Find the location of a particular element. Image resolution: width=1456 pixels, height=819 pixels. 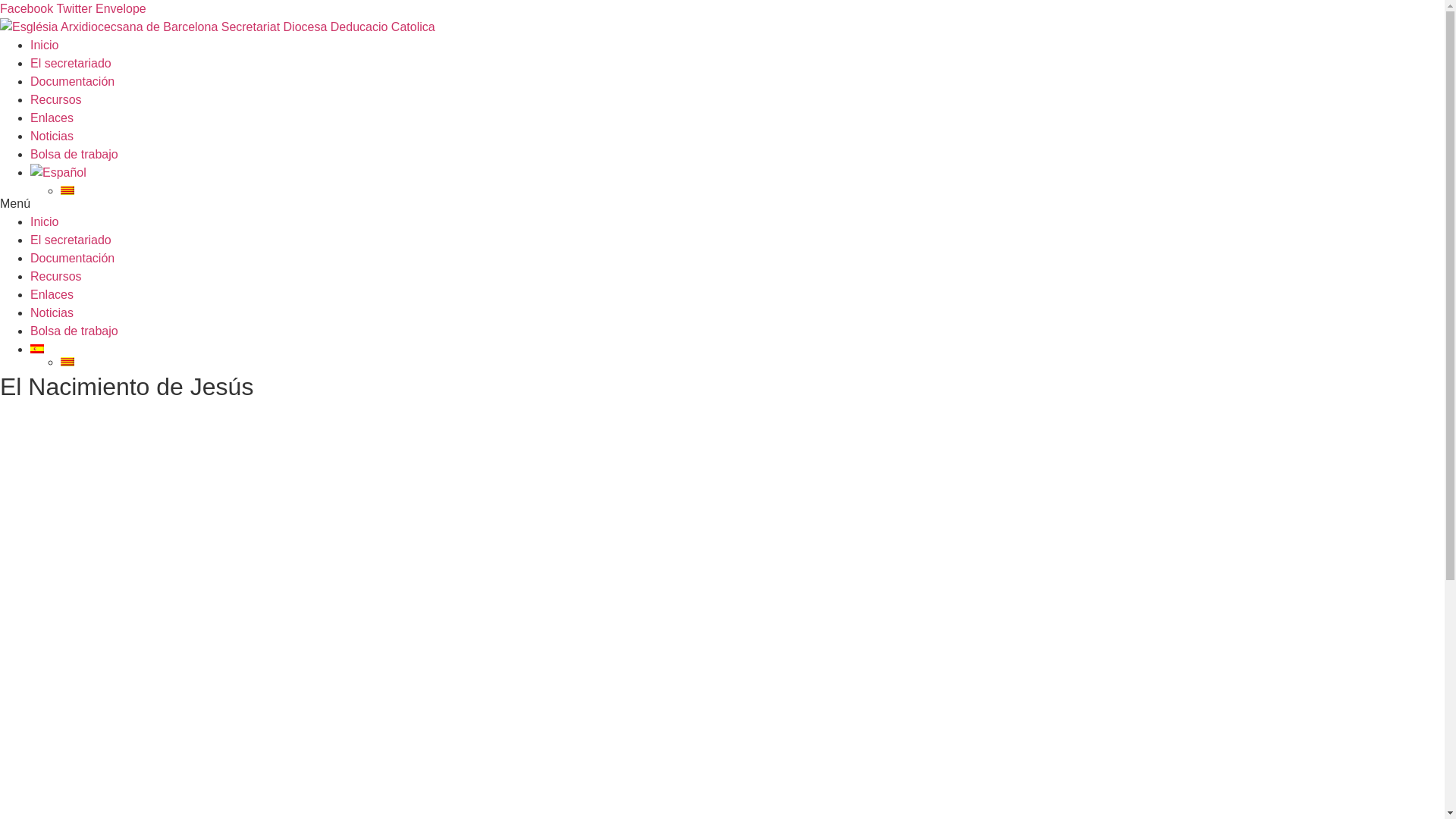

'Bolsa de trabajo' is located at coordinates (73, 154).